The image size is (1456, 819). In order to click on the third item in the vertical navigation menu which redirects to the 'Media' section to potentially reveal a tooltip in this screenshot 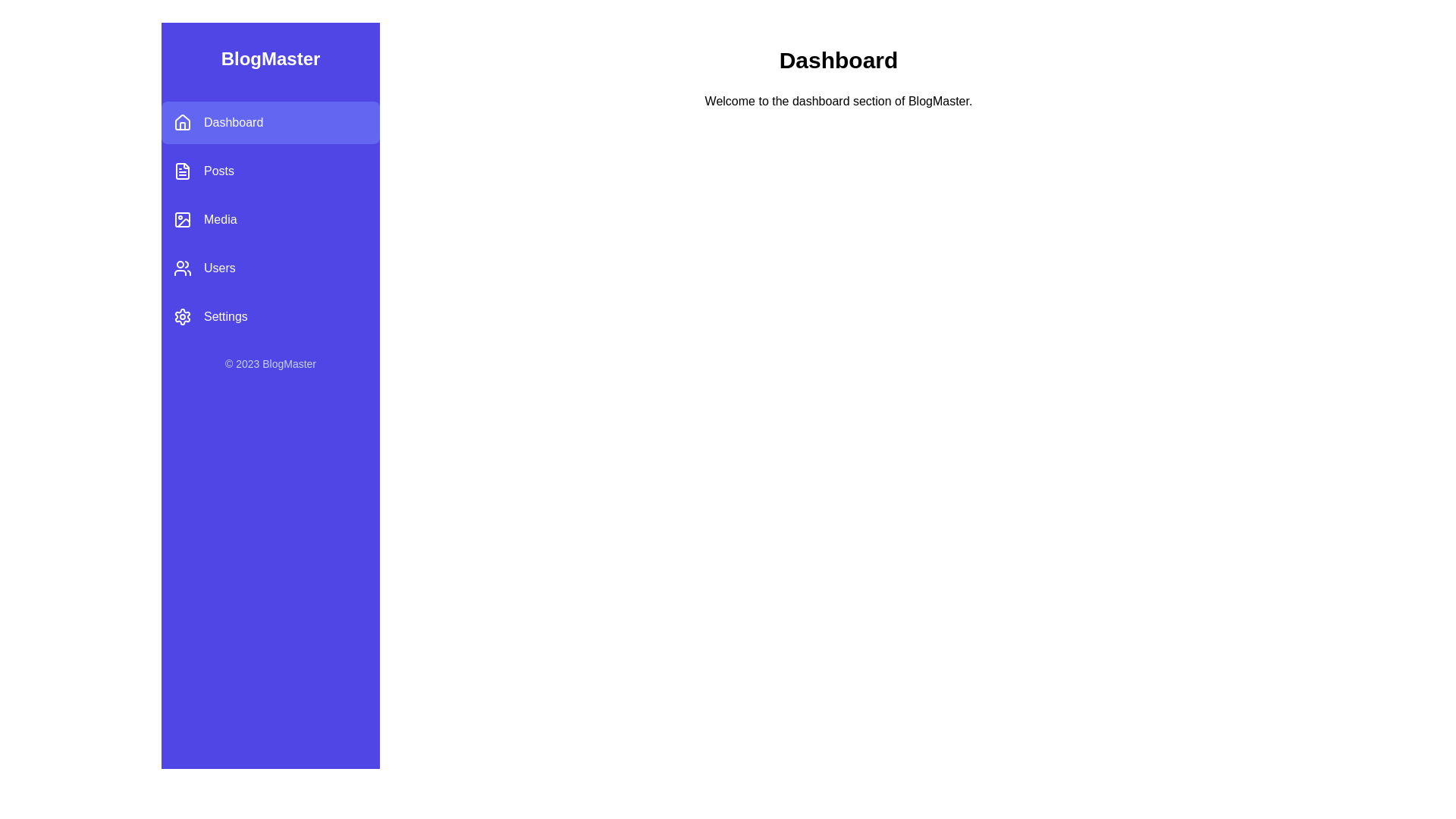, I will do `click(270, 219)`.